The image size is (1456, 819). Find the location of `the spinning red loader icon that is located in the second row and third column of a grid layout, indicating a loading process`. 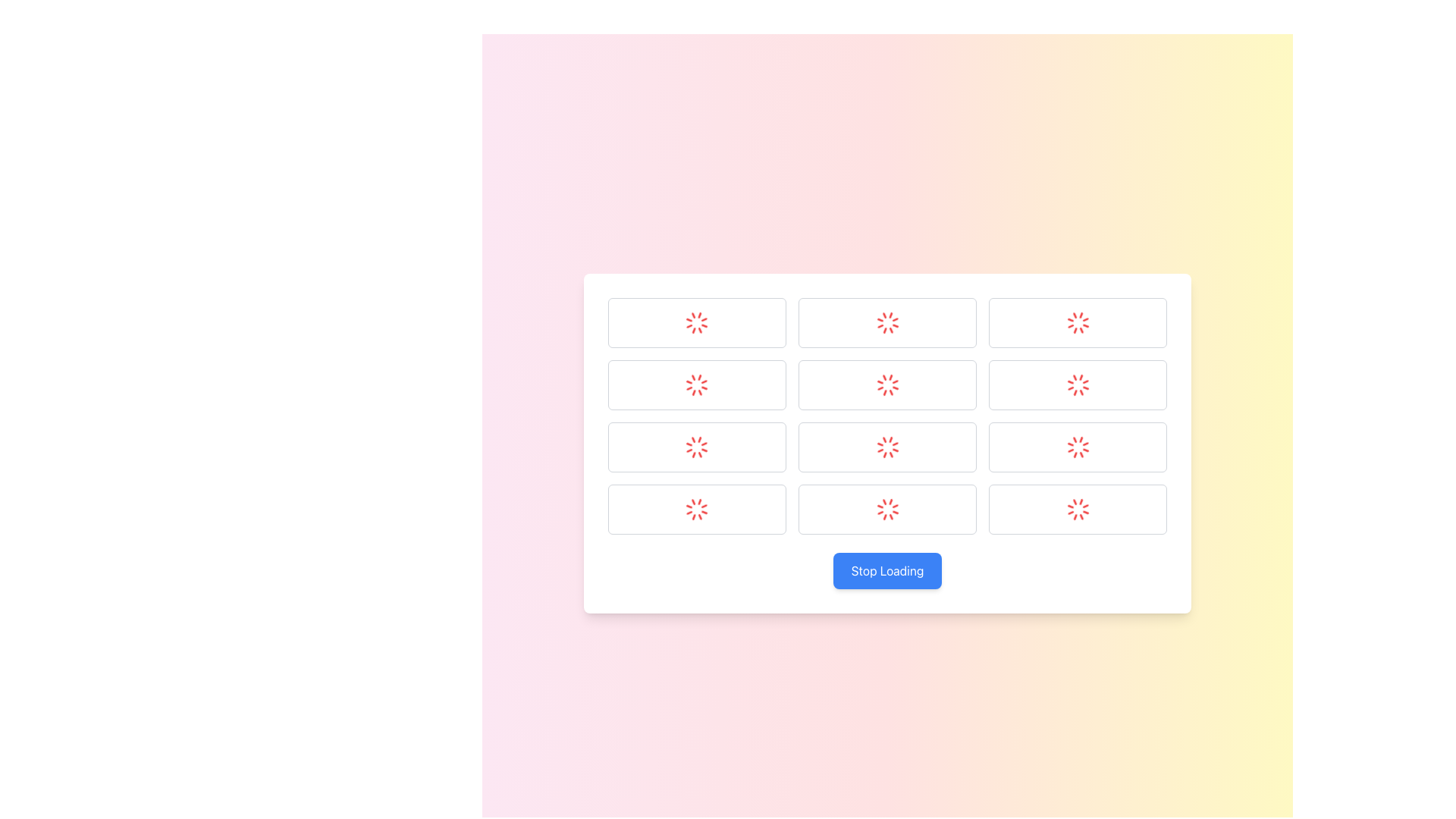

the spinning red loader icon that is located in the second row and third column of a grid layout, indicating a loading process is located at coordinates (1077, 384).